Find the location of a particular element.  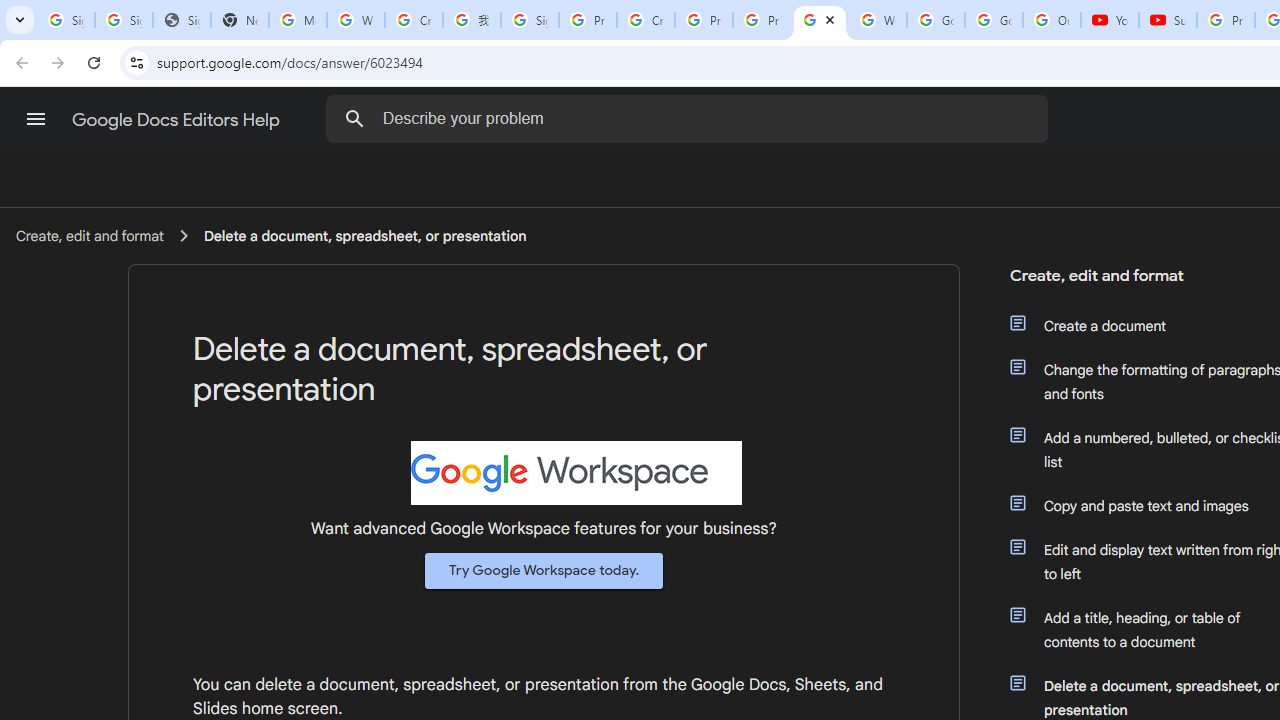

'Who is my administrator? - Google Account Help' is located at coordinates (355, 20).